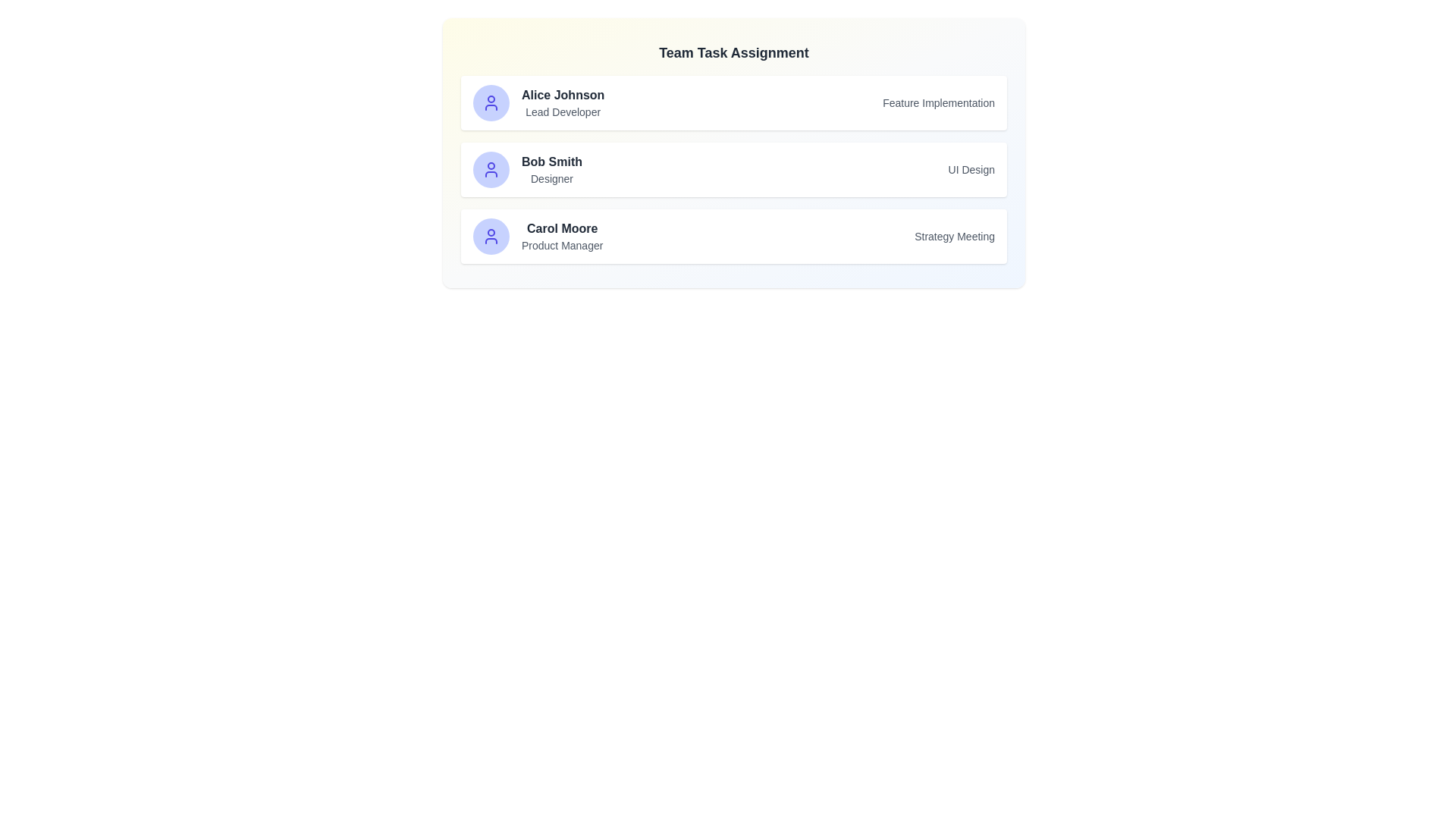 The height and width of the screenshot is (819, 1456). I want to click on the text label representing the job title of the individual, positioned below 'Alice Johnson' in the card layout of the first list item, so click(562, 111).